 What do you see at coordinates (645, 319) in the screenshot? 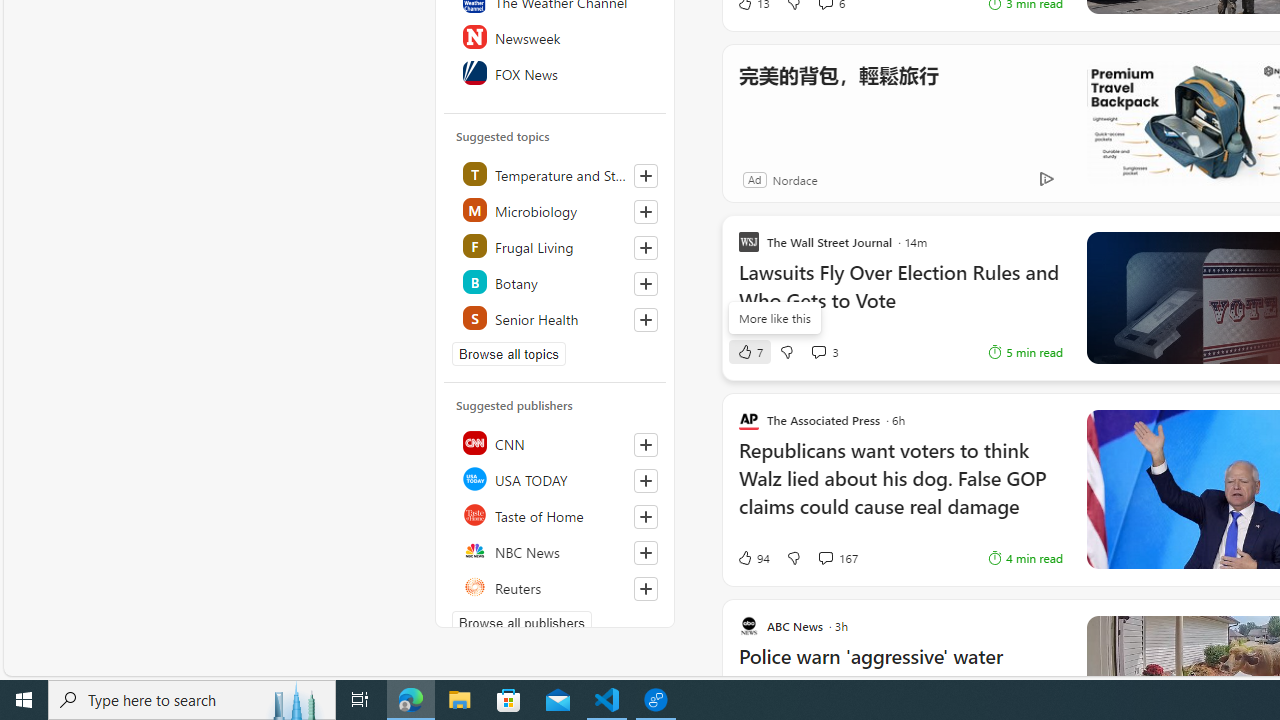
I see `'Follow this topic'` at bounding box center [645, 319].